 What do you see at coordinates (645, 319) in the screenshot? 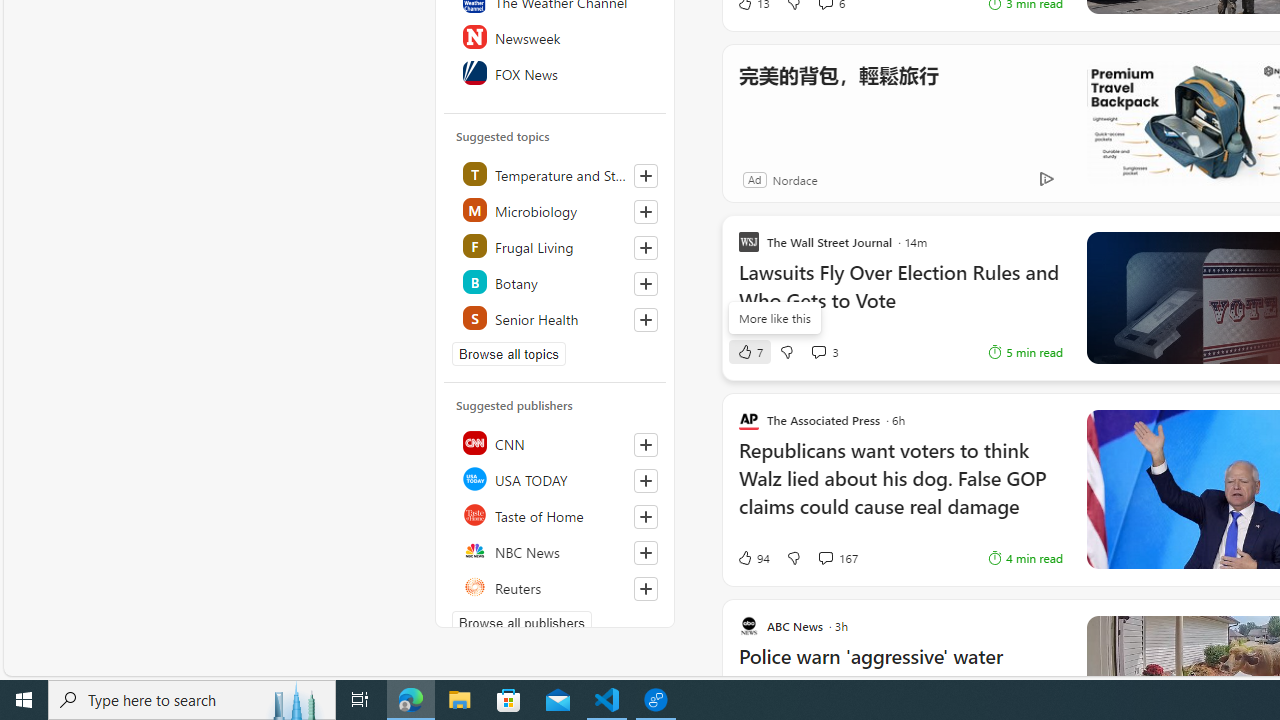
I see `'Follow this topic'` at bounding box center [645, 319].